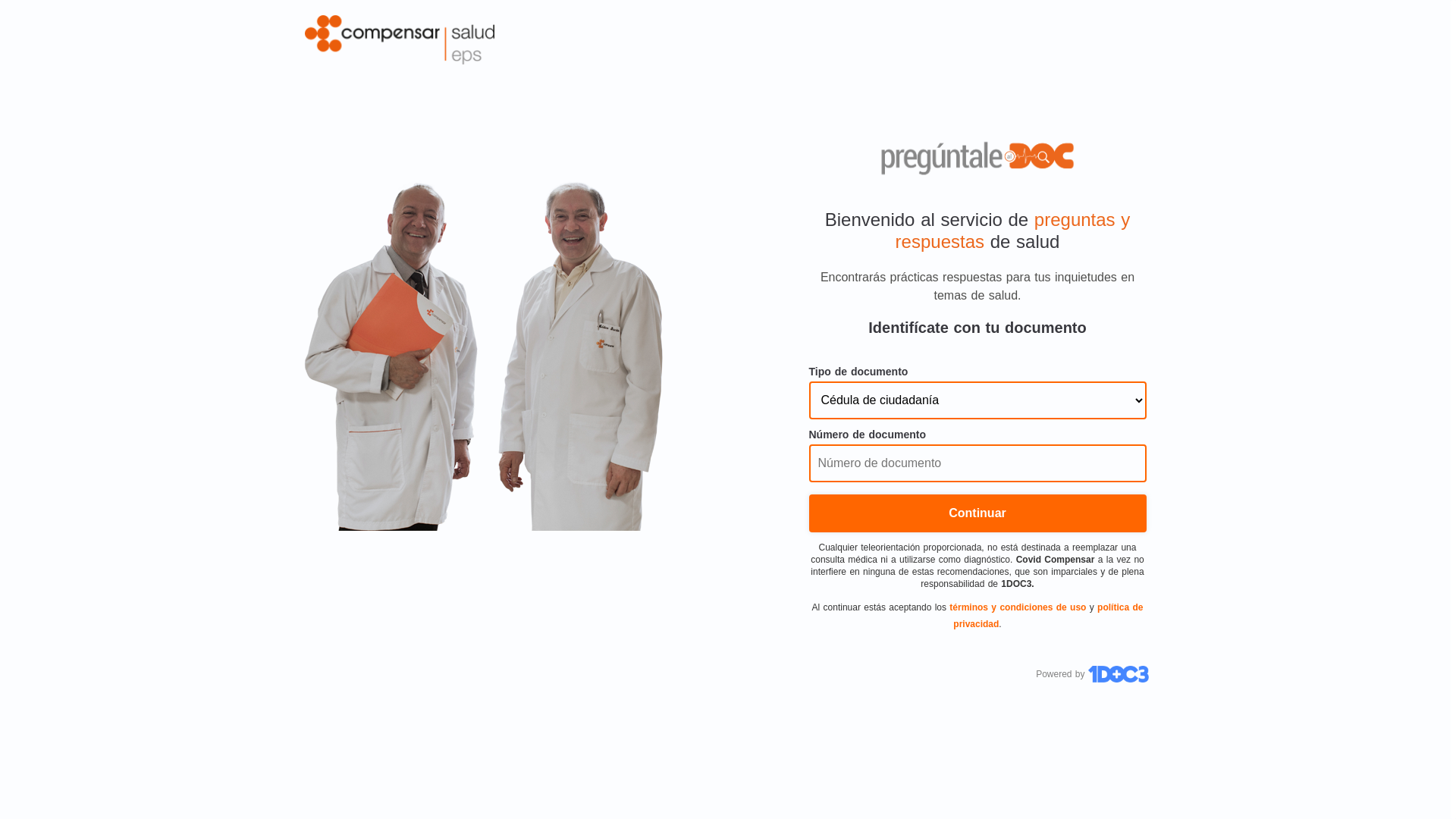  What do you see at coordinates (977, 513) in the screenshot?
I see `'Continuar'` at bounding box center [977, 513].